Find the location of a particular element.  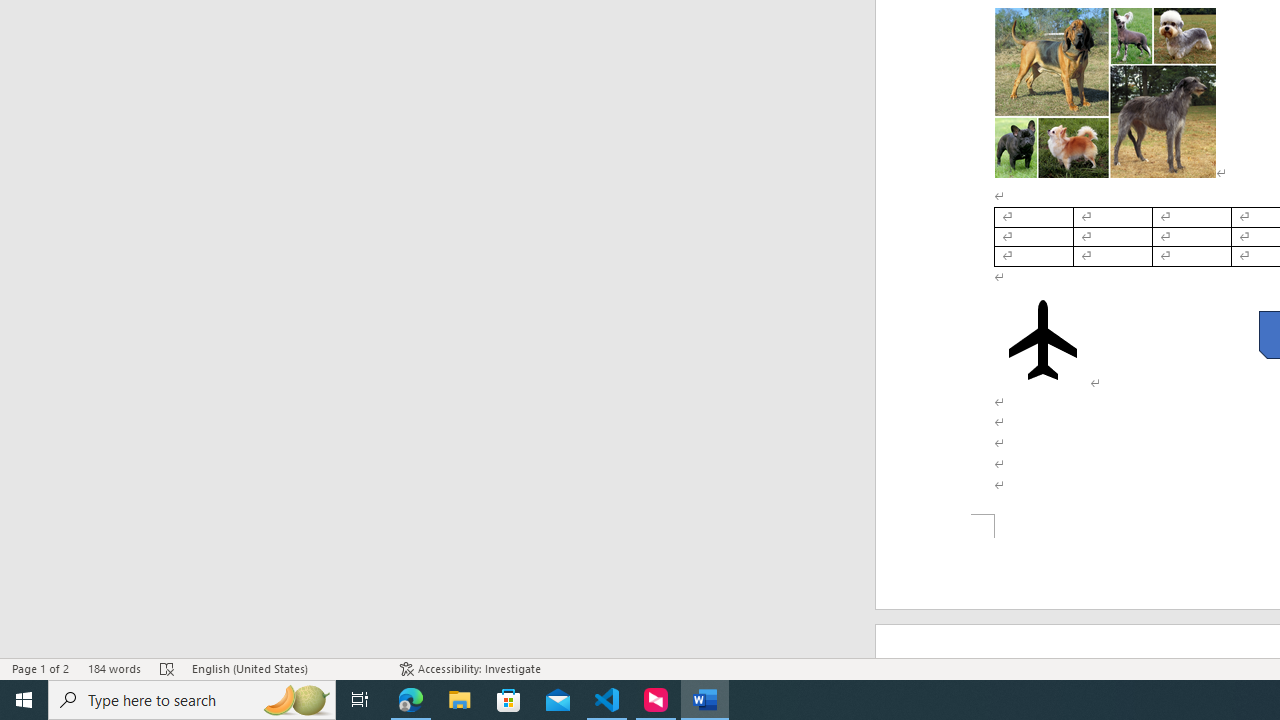

'Page Number Page 1 of 2' is located at coordinates (40, 669).